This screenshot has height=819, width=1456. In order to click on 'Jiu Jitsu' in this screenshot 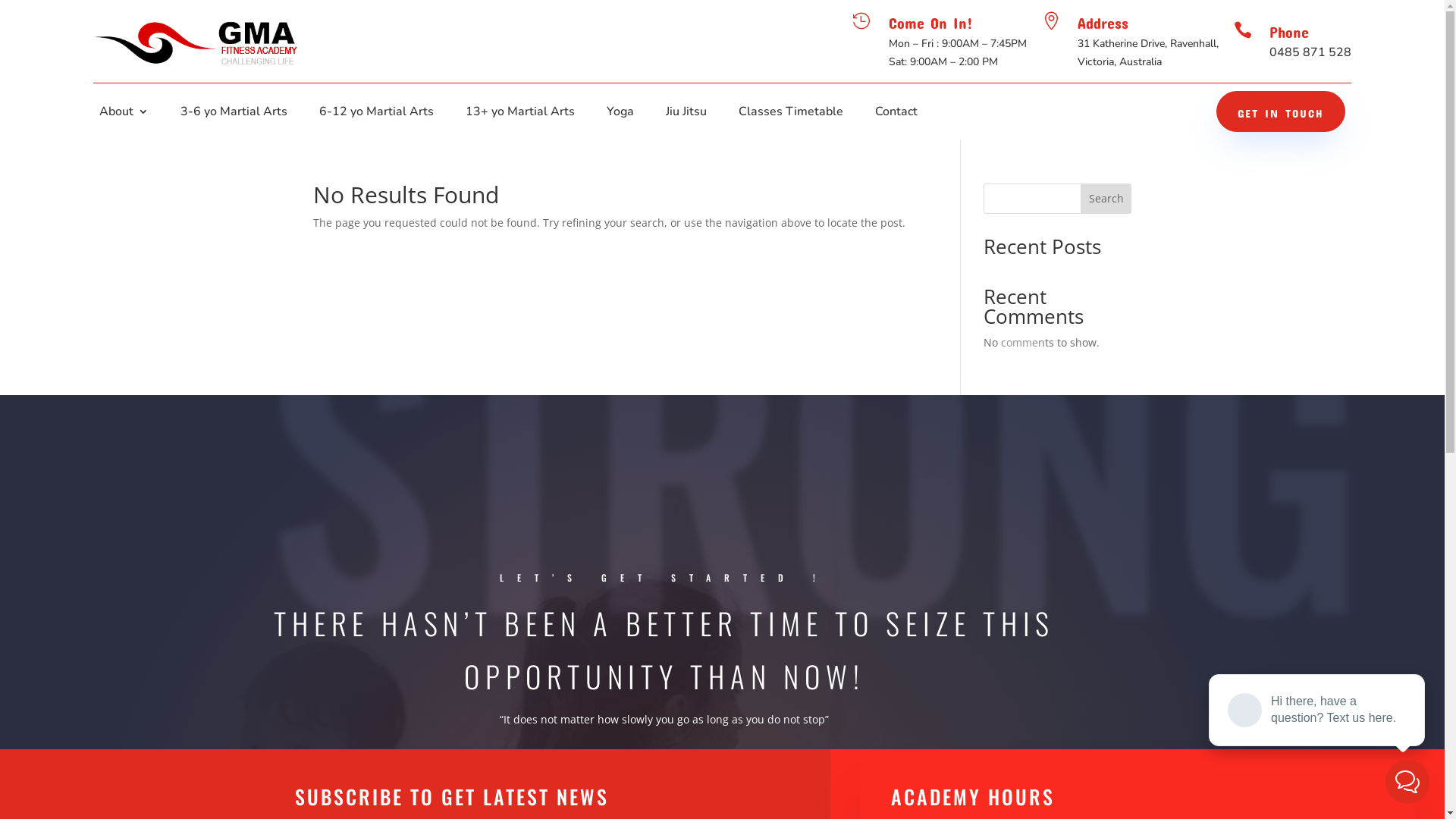, I will do `click(686, 113)`.